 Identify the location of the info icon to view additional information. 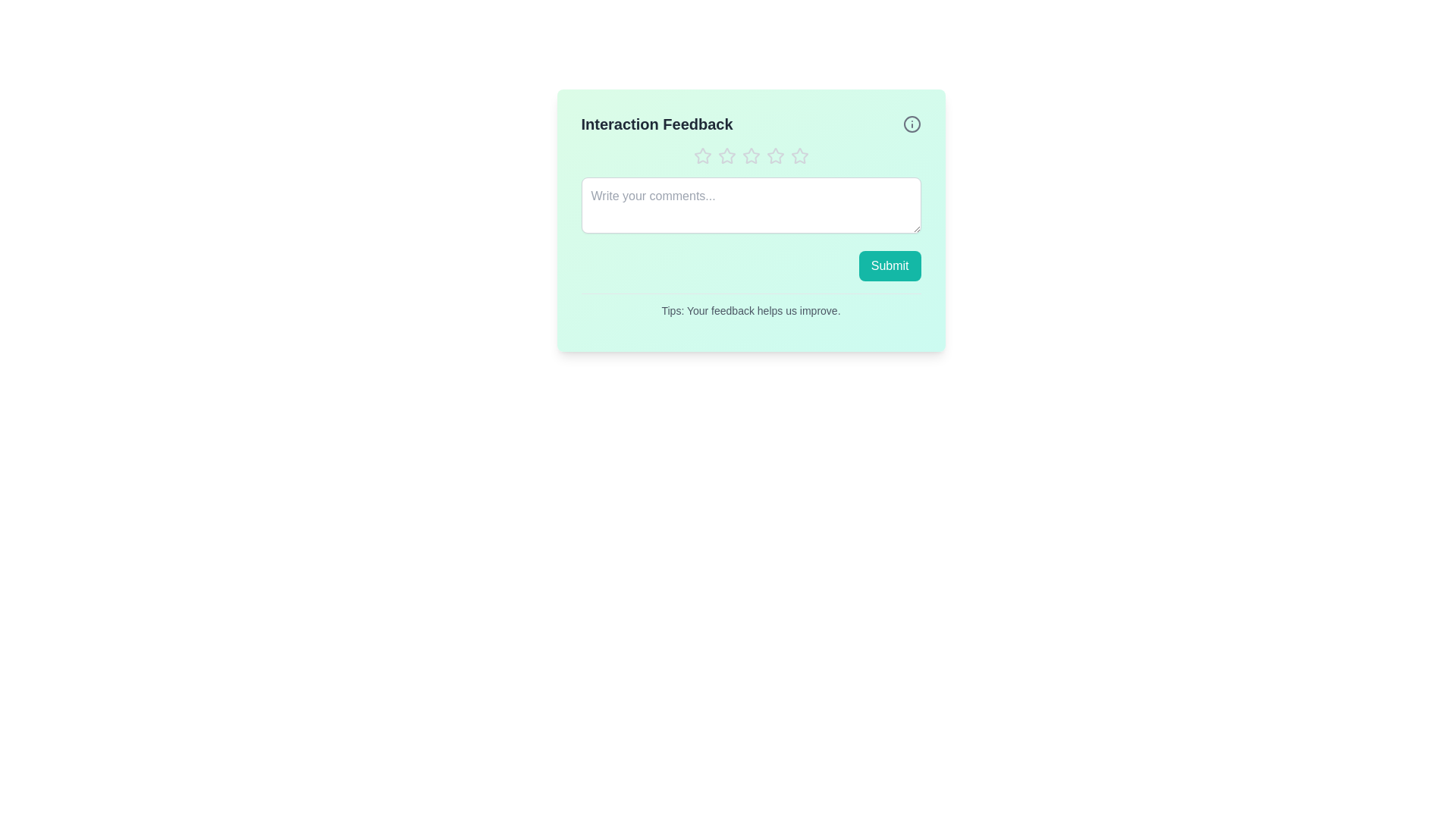
(911, 124).